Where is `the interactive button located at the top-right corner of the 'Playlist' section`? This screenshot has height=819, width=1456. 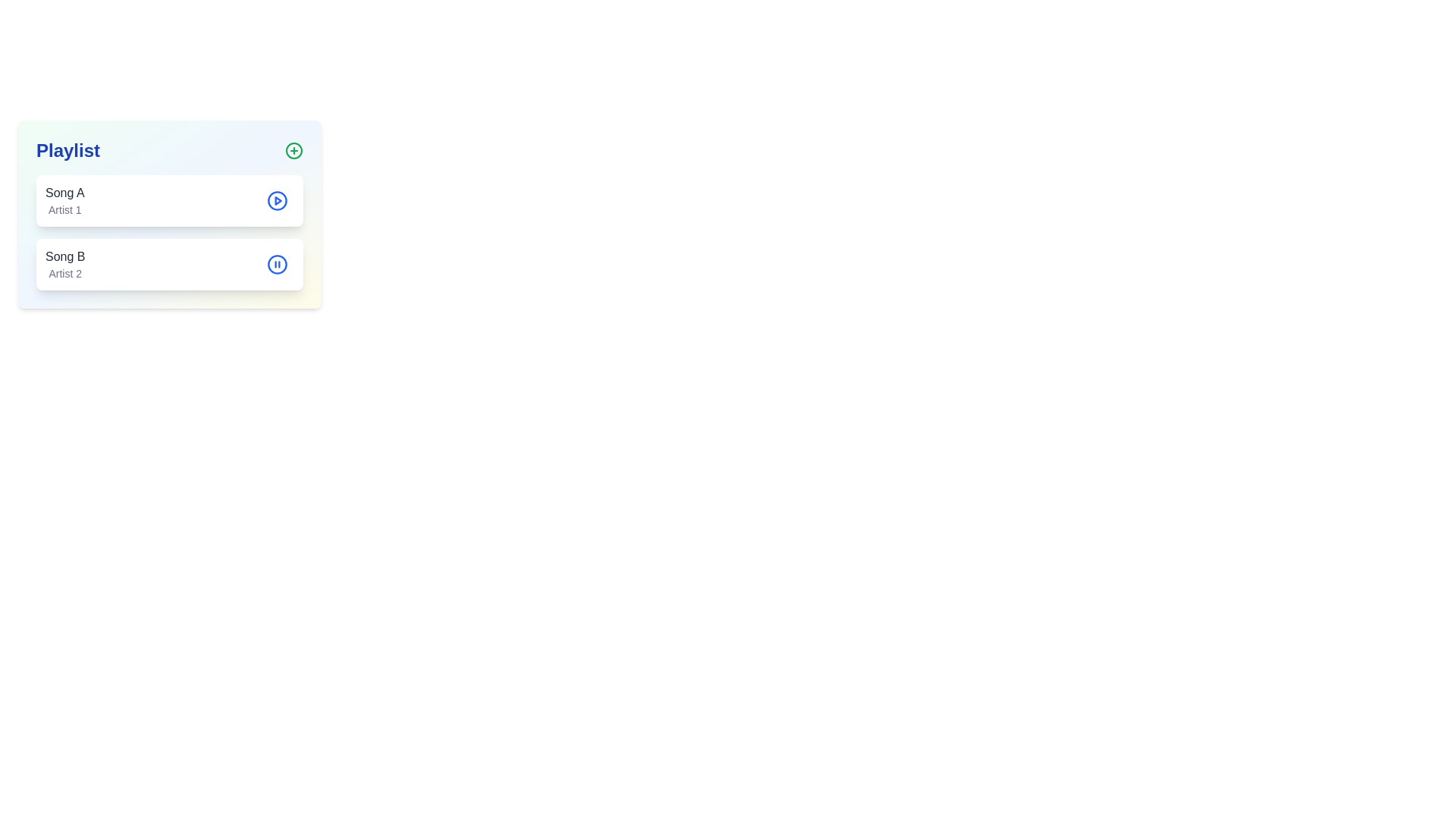
the interactive button located at the top-right corner of the 'Playlist' section is located at coordinates (294, 151).